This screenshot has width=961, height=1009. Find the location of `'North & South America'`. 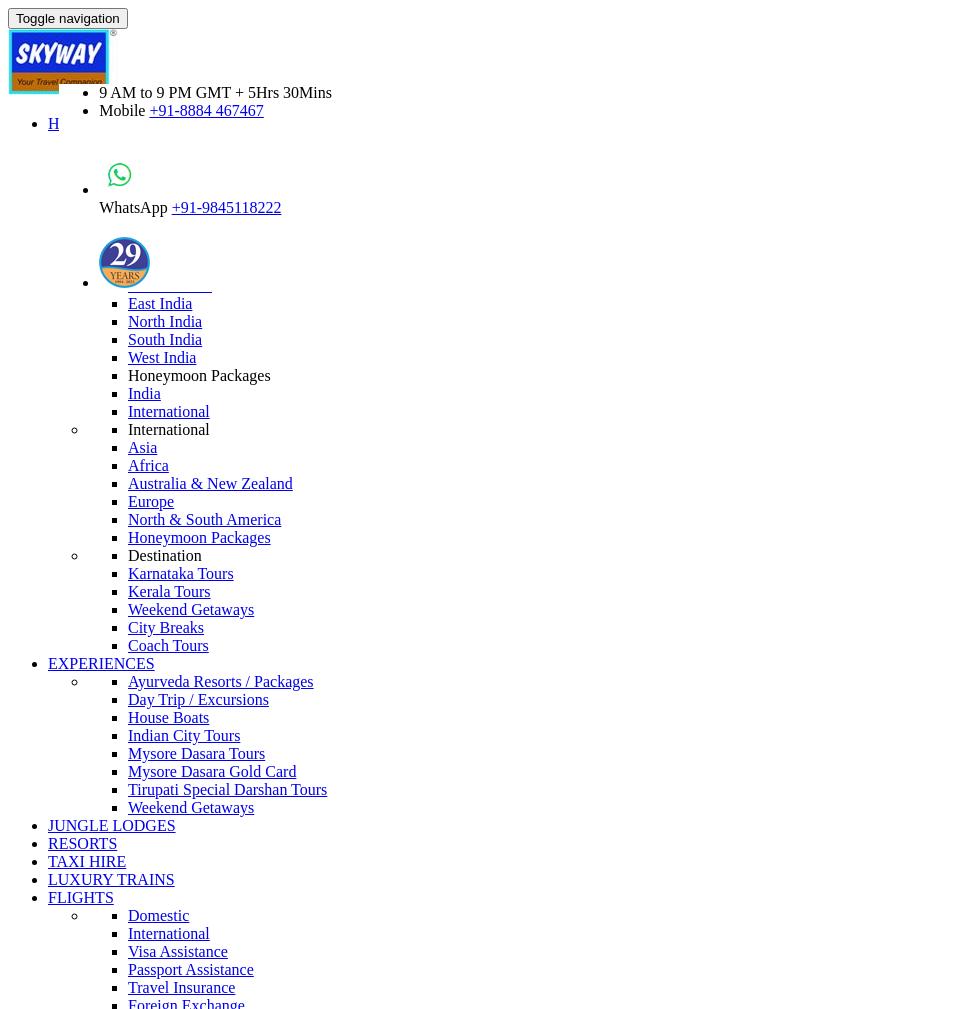

'North & South America' is located at coordinates (204, 519).